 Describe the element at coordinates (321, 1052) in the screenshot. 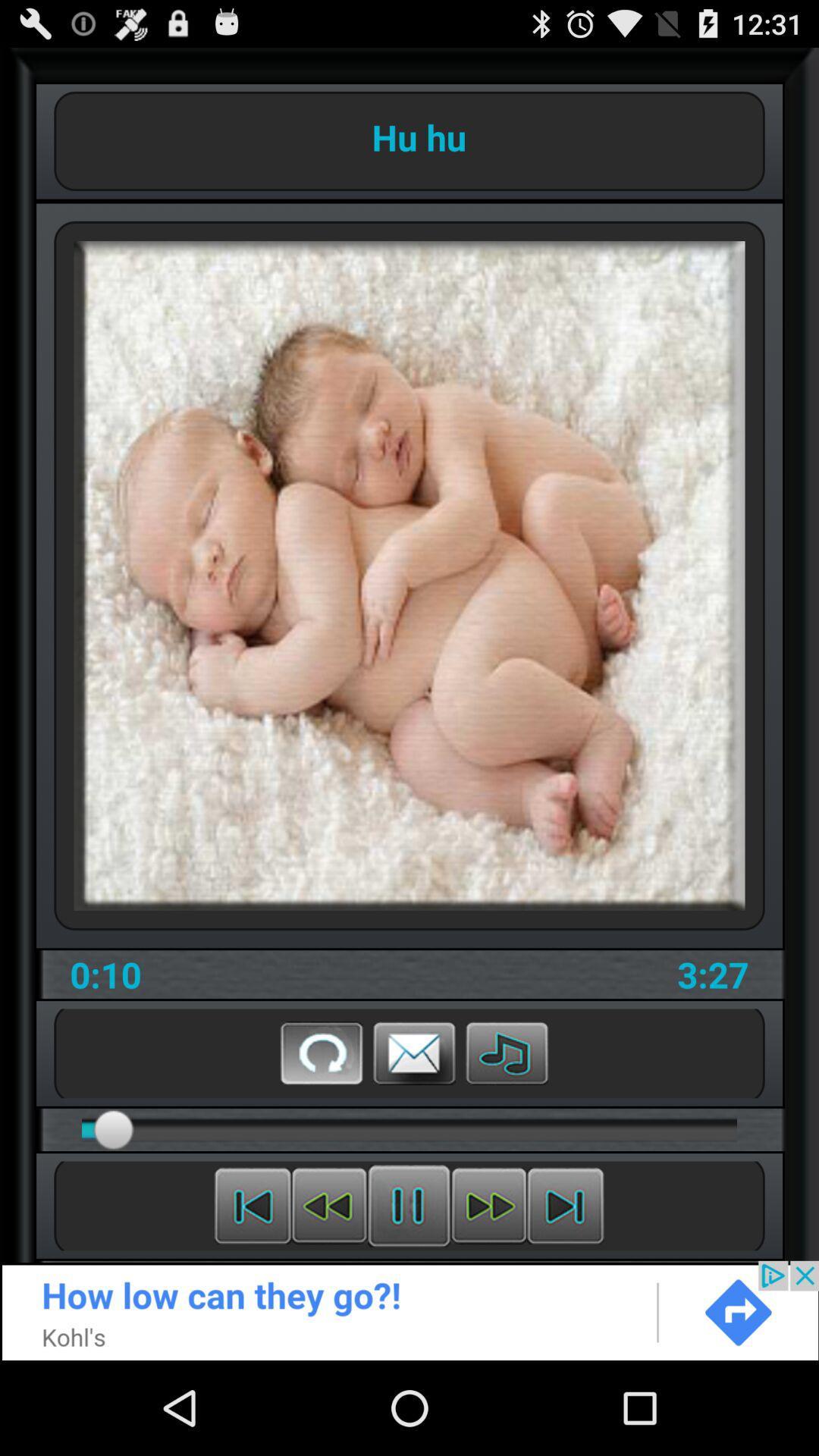

I see `routating option` at that location.